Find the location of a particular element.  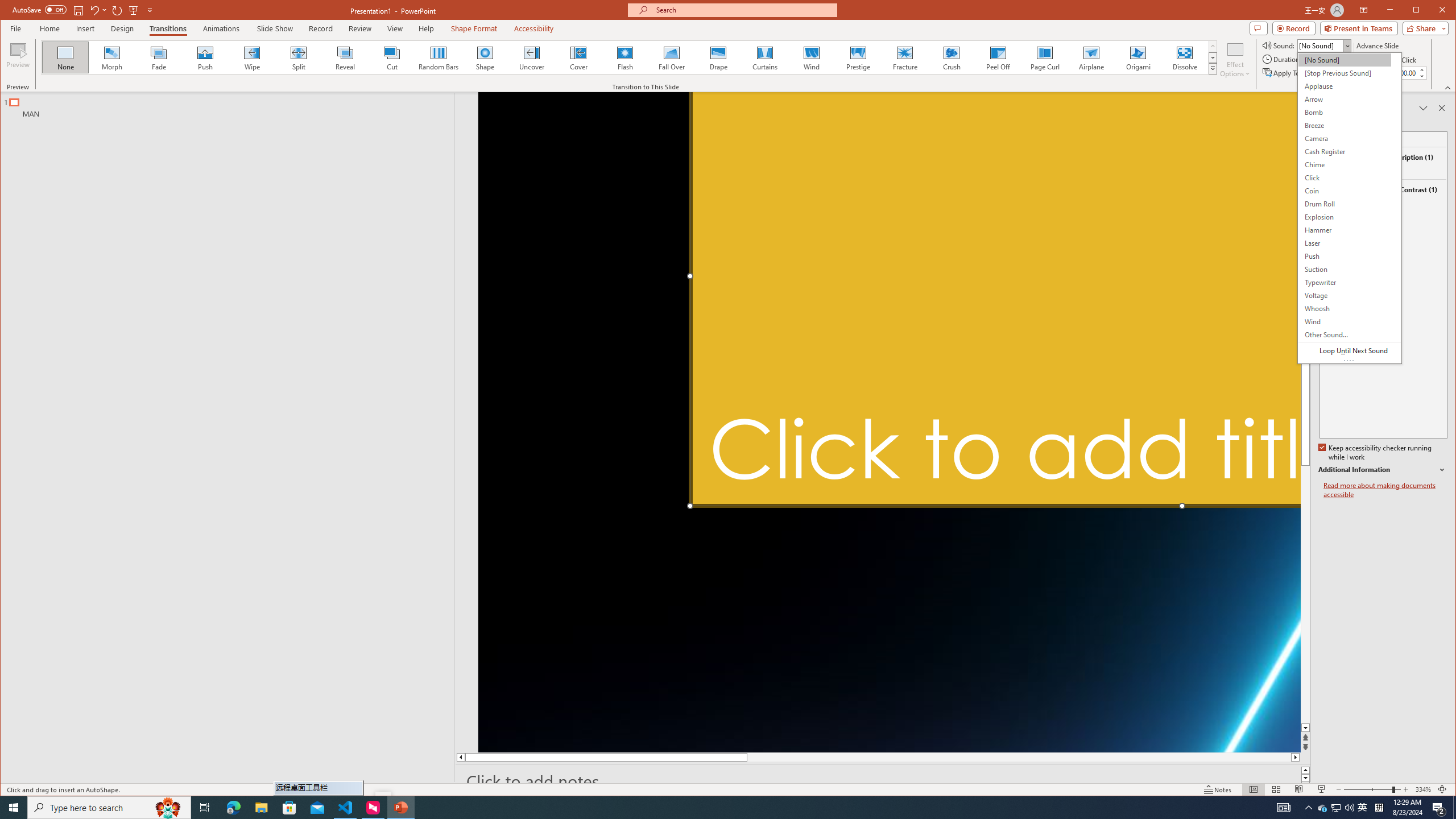

'Slide Show' is located at coordinates (274, 28).